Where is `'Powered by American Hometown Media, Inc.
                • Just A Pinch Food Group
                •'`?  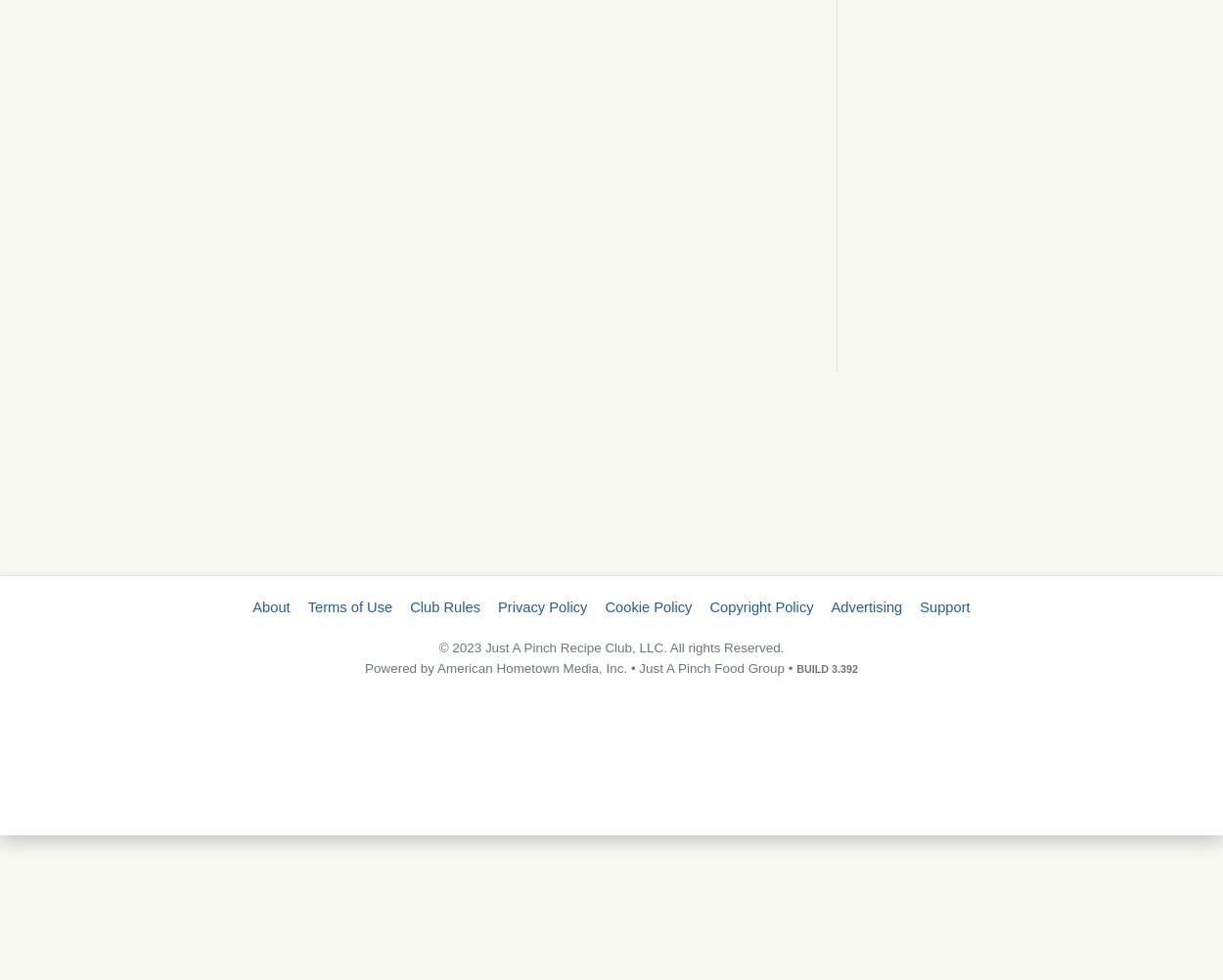 'Powered by American Hometown Media, Inc.
                • Just A Pinch Food Group
                •' is located at coordinates (579, 667).